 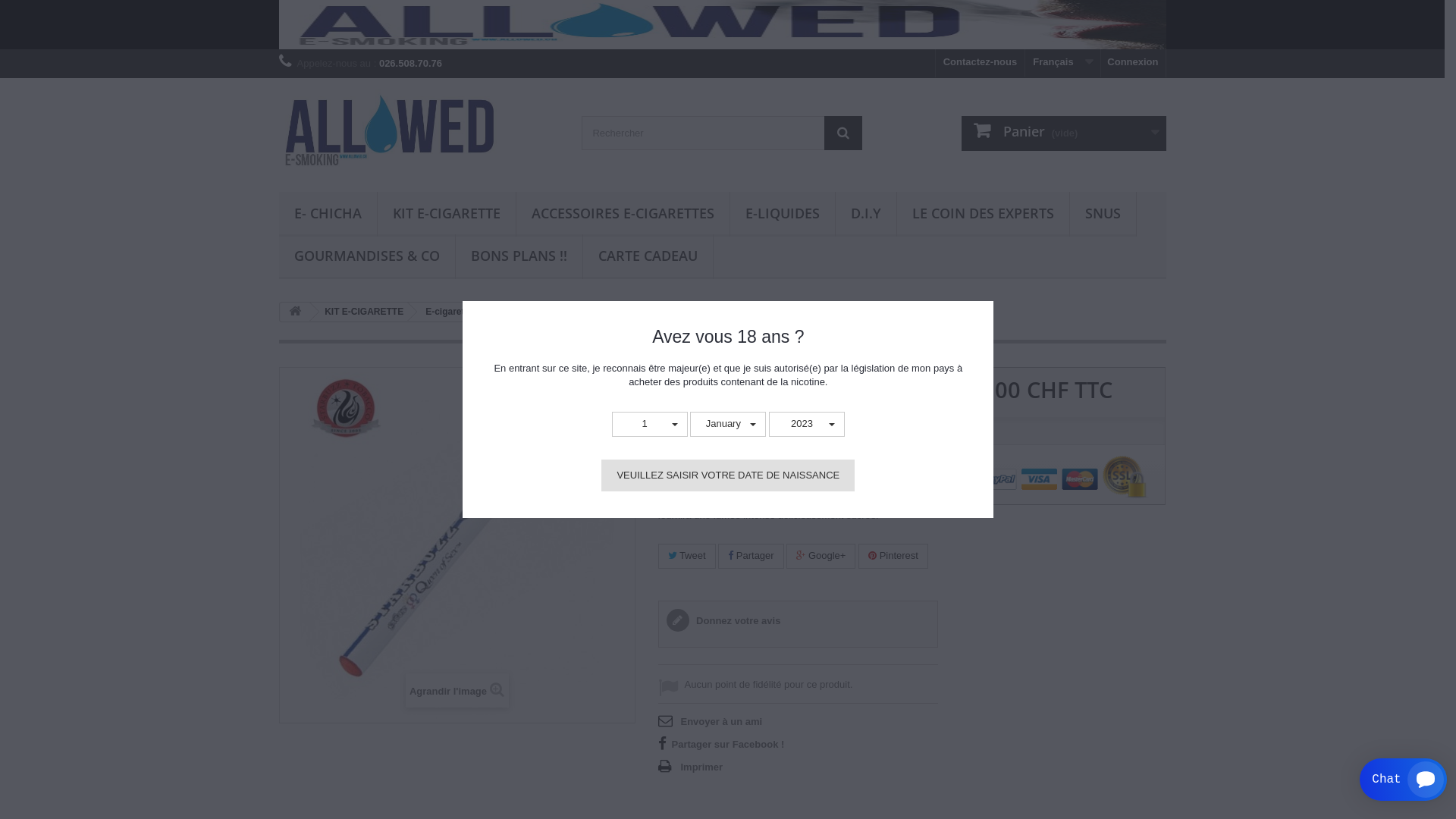 I want to click on 'Partager sur Facebook !', so click(x=720, y=742).